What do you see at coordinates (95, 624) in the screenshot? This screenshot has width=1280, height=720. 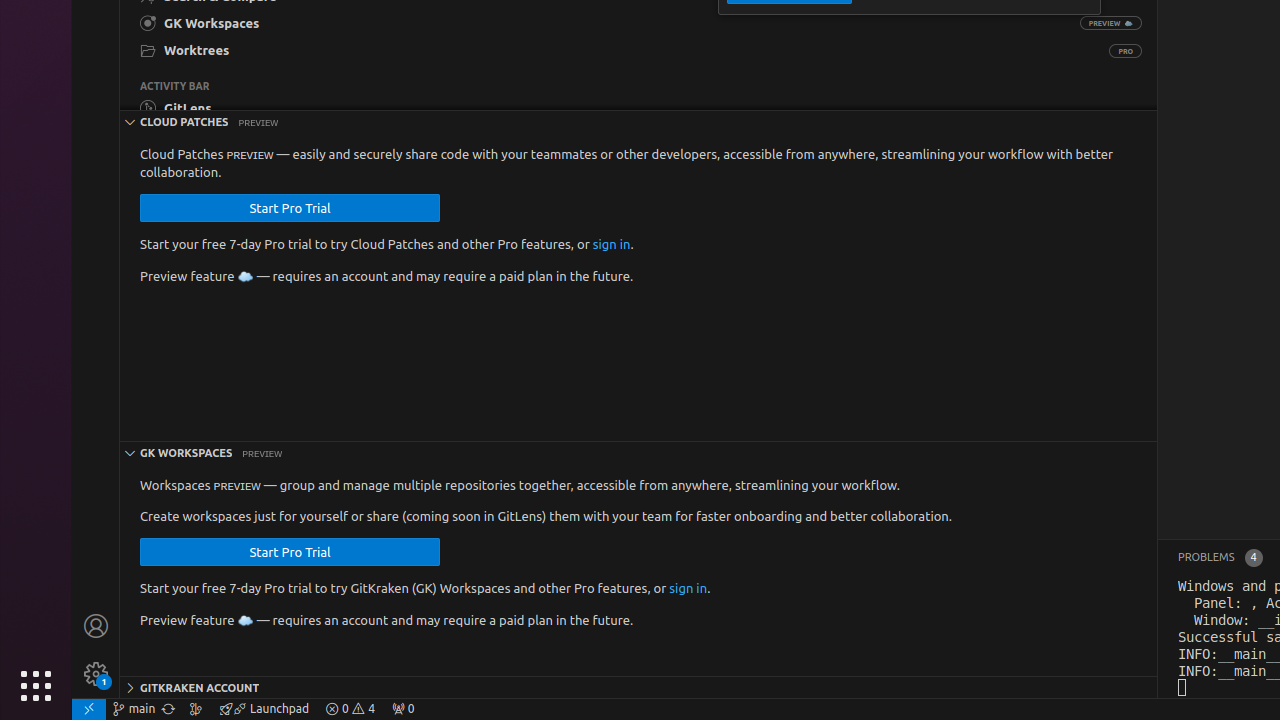 I see `'Accounts'` at bounding box center [95, 624].